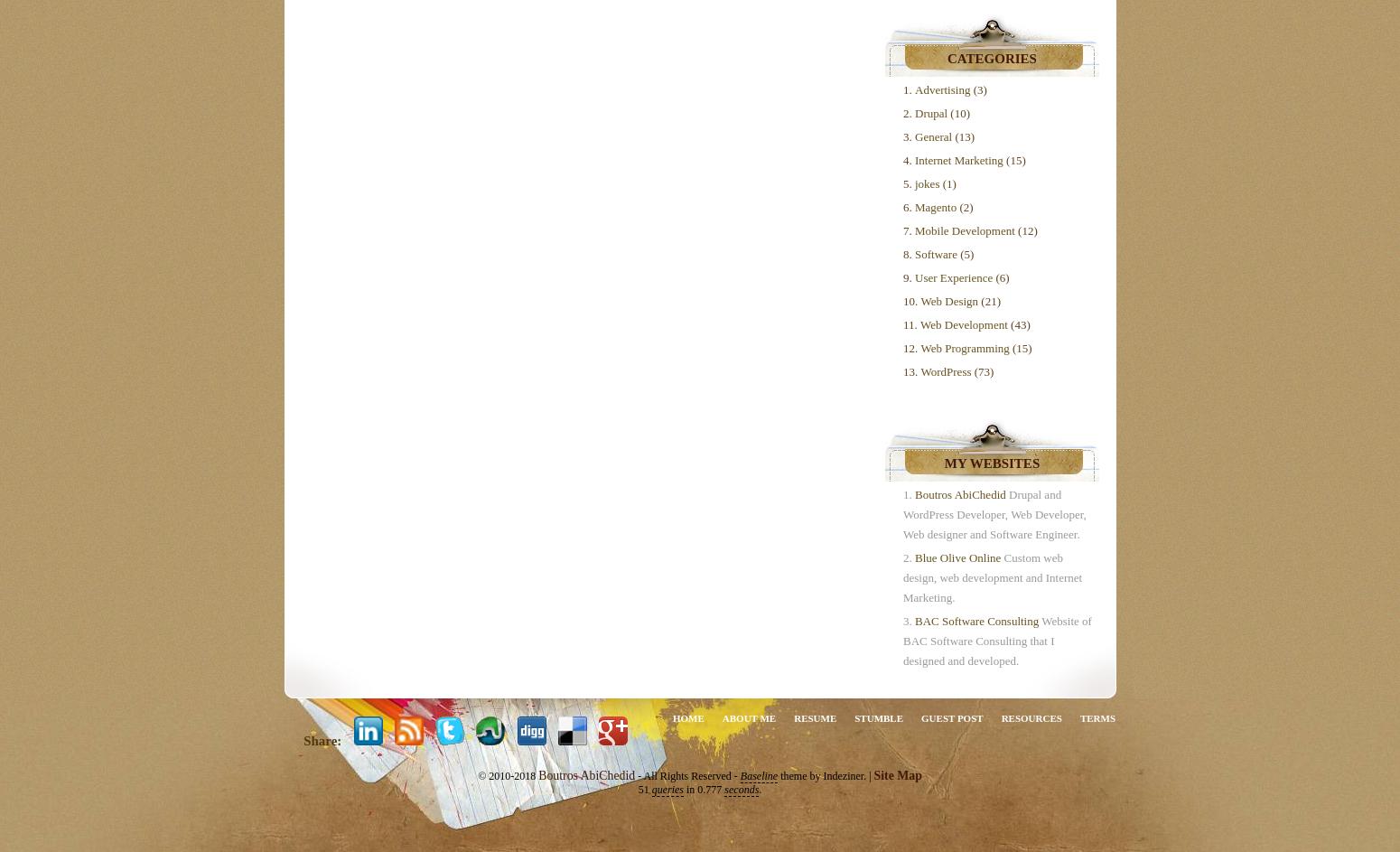  I want to click on 'Drupal and WordPress Developer, Web Developer, Web designer and Software Engineer.', so click(902, 514).